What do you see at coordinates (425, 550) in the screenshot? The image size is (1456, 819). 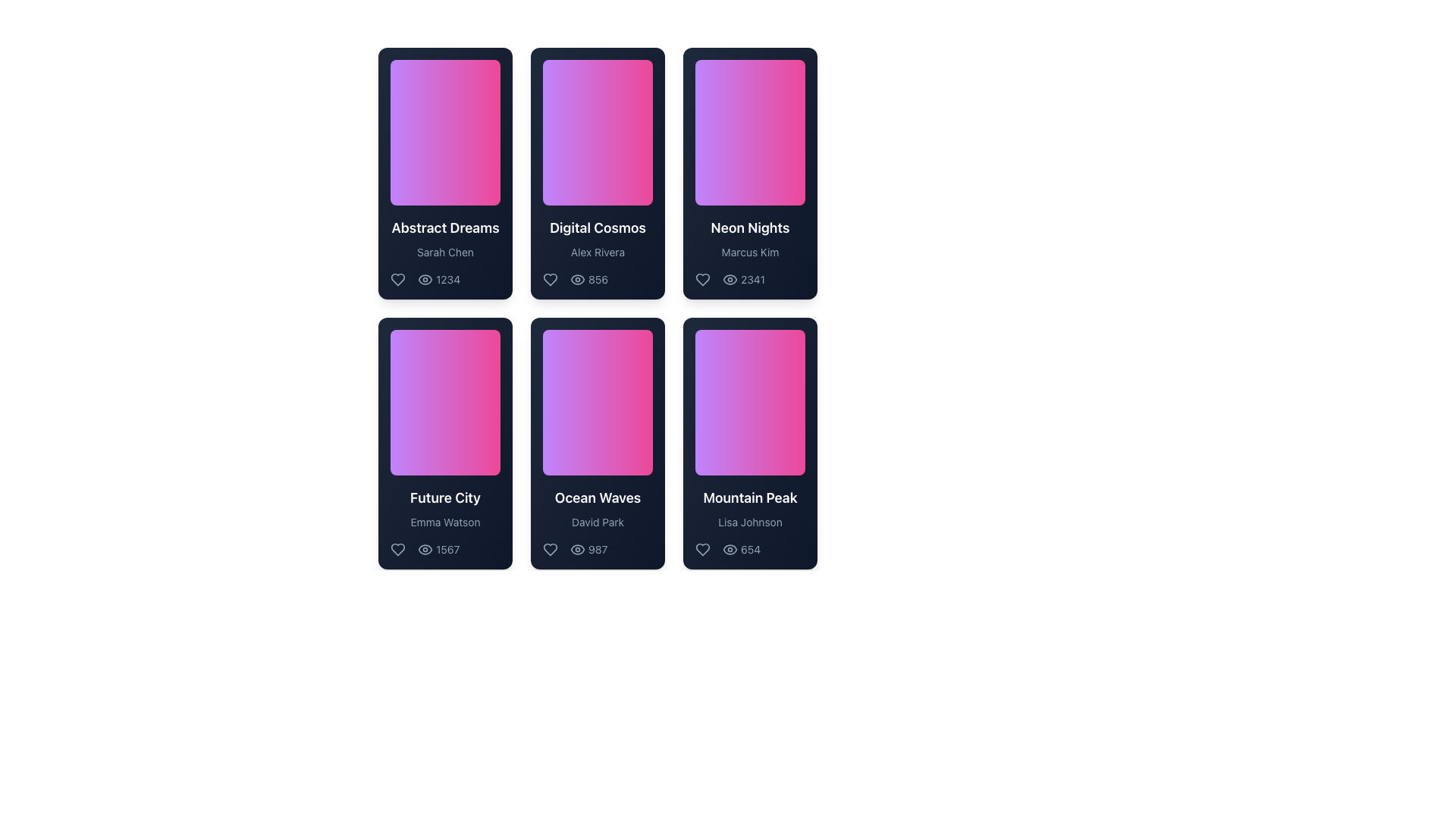 I see `the eye icon representing view counts located to the left of the number '1567' in the 'Future City' card section` at bounding box center [425, 550].